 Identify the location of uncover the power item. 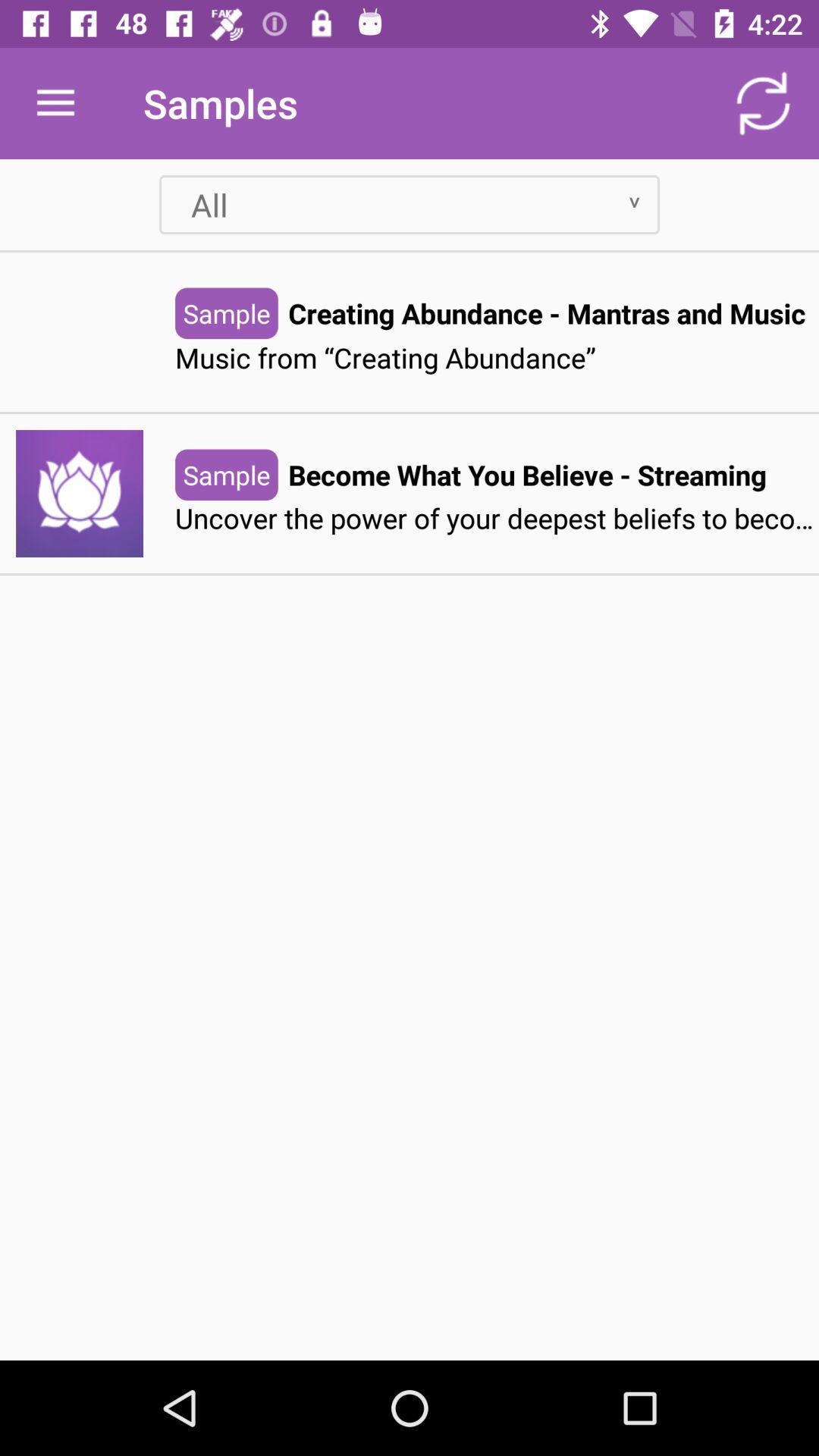
(497, 519).